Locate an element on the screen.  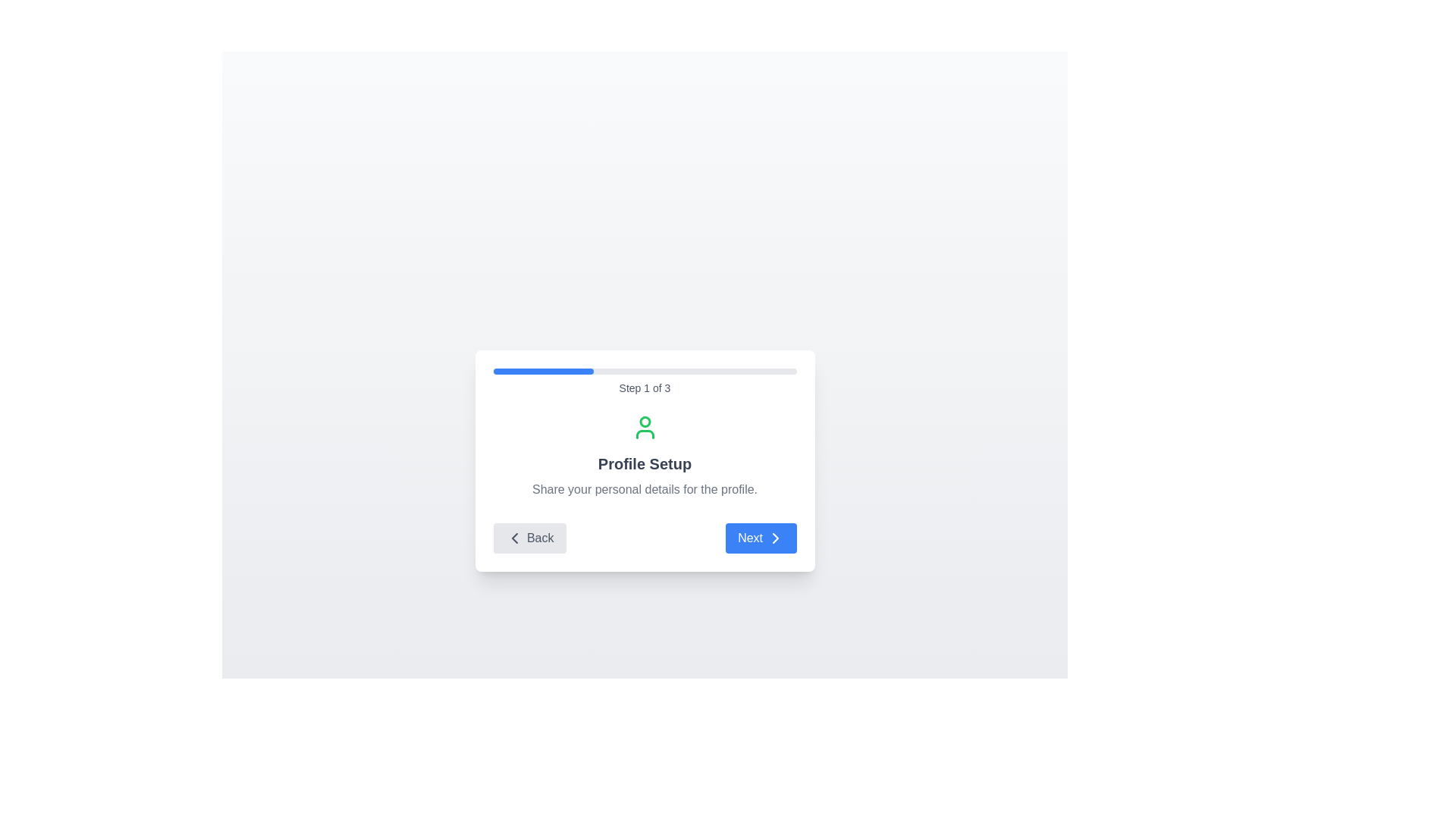
the left-facing chevron icon located within the 'Back' button is located at coordinates (514, 538).